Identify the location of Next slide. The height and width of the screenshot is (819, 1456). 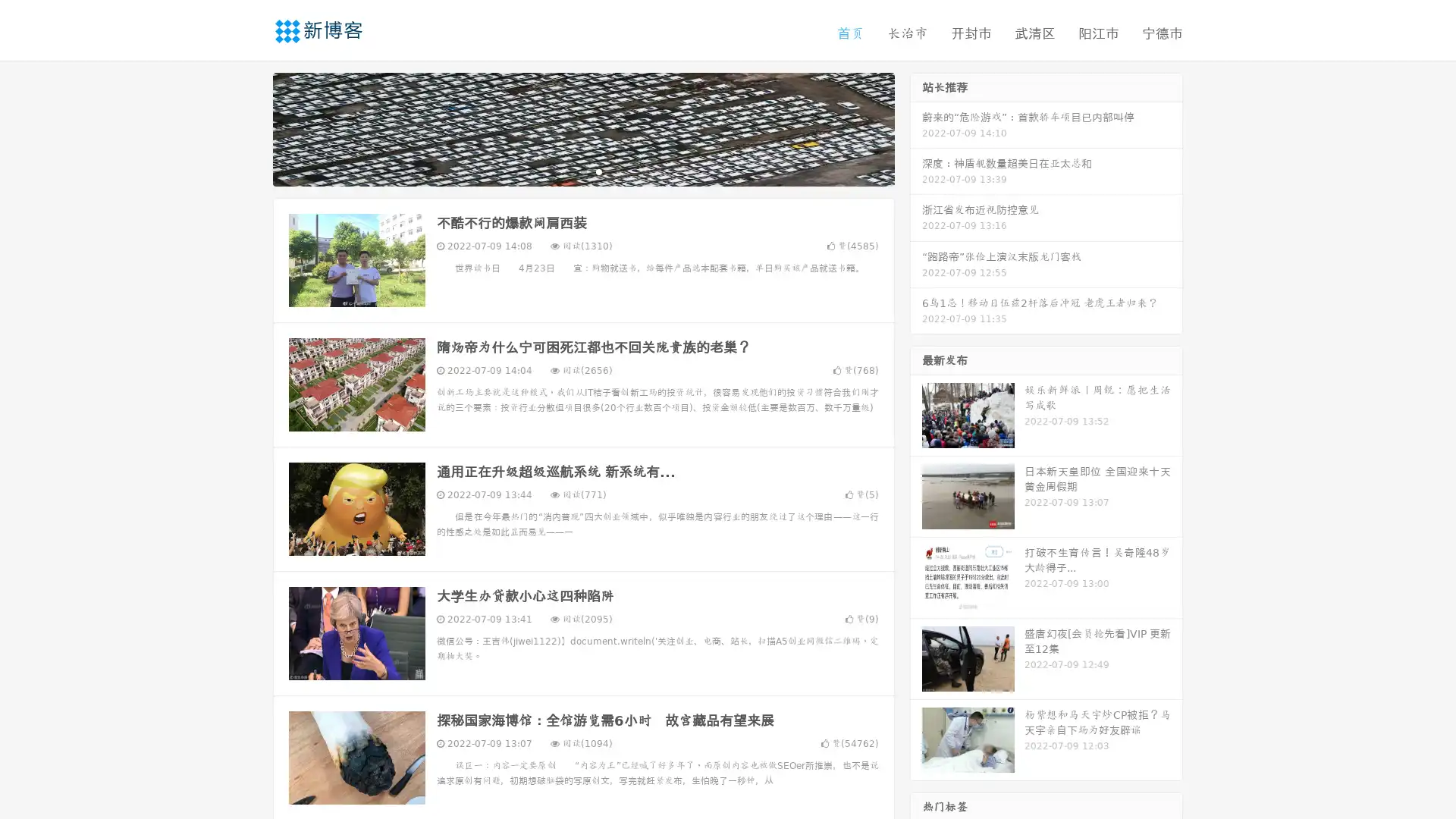
(916, 127).